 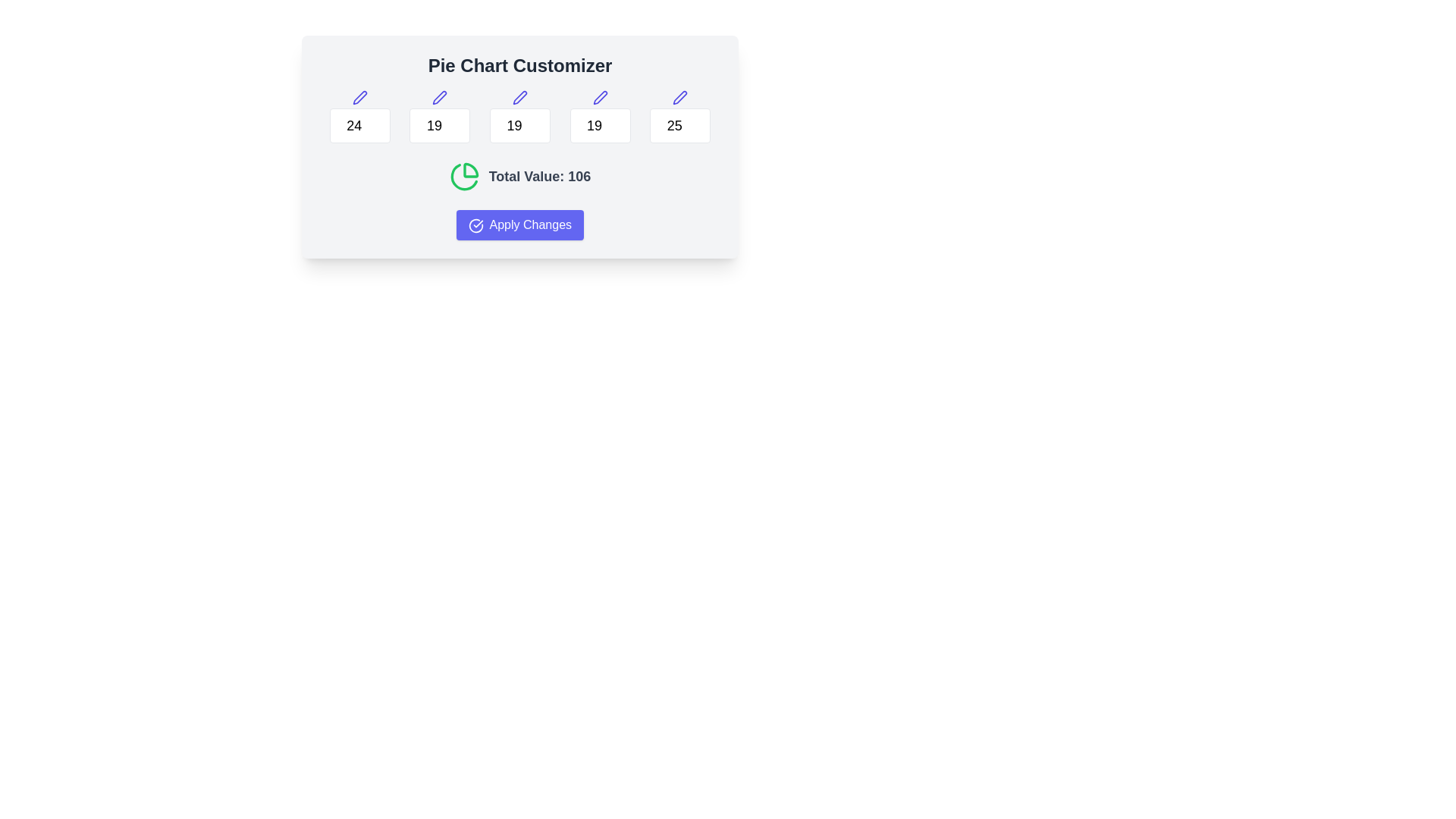 I want to click on the indigo pen icon above the input box displaying '19' in the 'Pie Chart Customizer' interface, so click(x=439, y=97).